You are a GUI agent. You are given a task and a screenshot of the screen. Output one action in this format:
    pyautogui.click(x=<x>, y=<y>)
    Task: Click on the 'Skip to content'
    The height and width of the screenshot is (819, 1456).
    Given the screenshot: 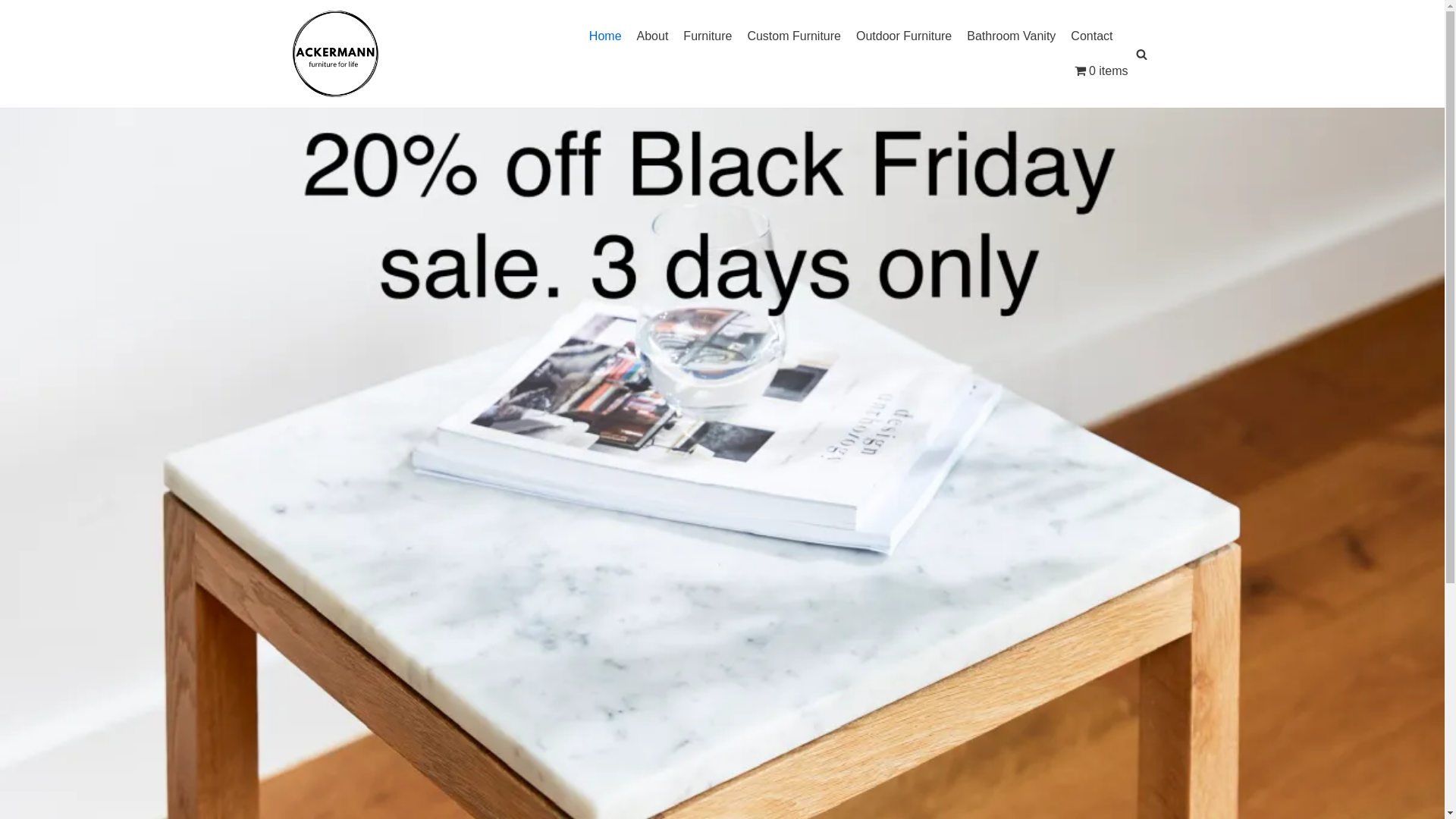 What is the action you would take?
    pyautogui.click(x=14, y=32)
    